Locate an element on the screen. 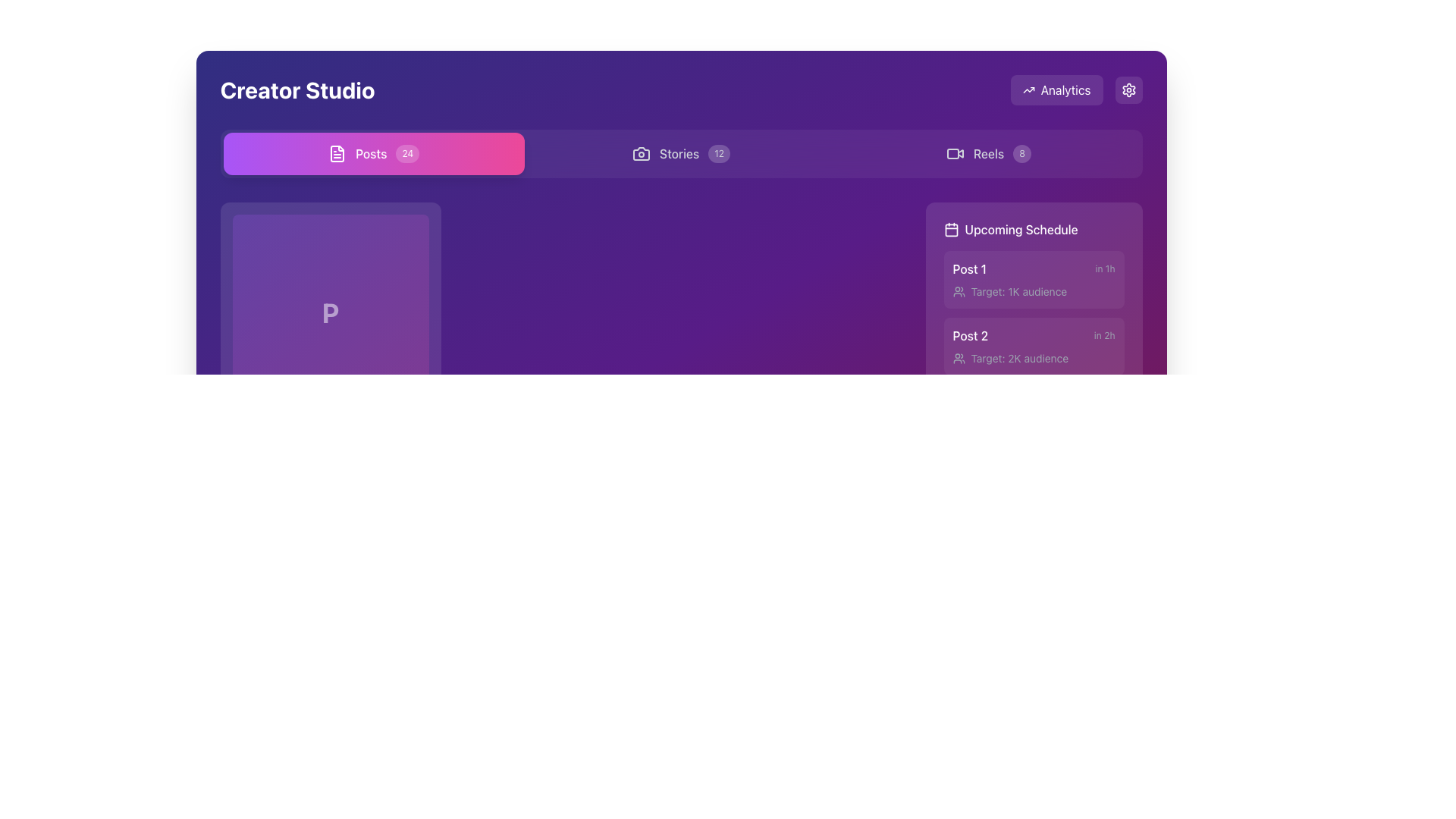  number '8' displayed on the small circular badge with a semi-transparent white background, positioned to the right of the text 'Reels' in the top navigation bar is located at coordinates (1022, 154).